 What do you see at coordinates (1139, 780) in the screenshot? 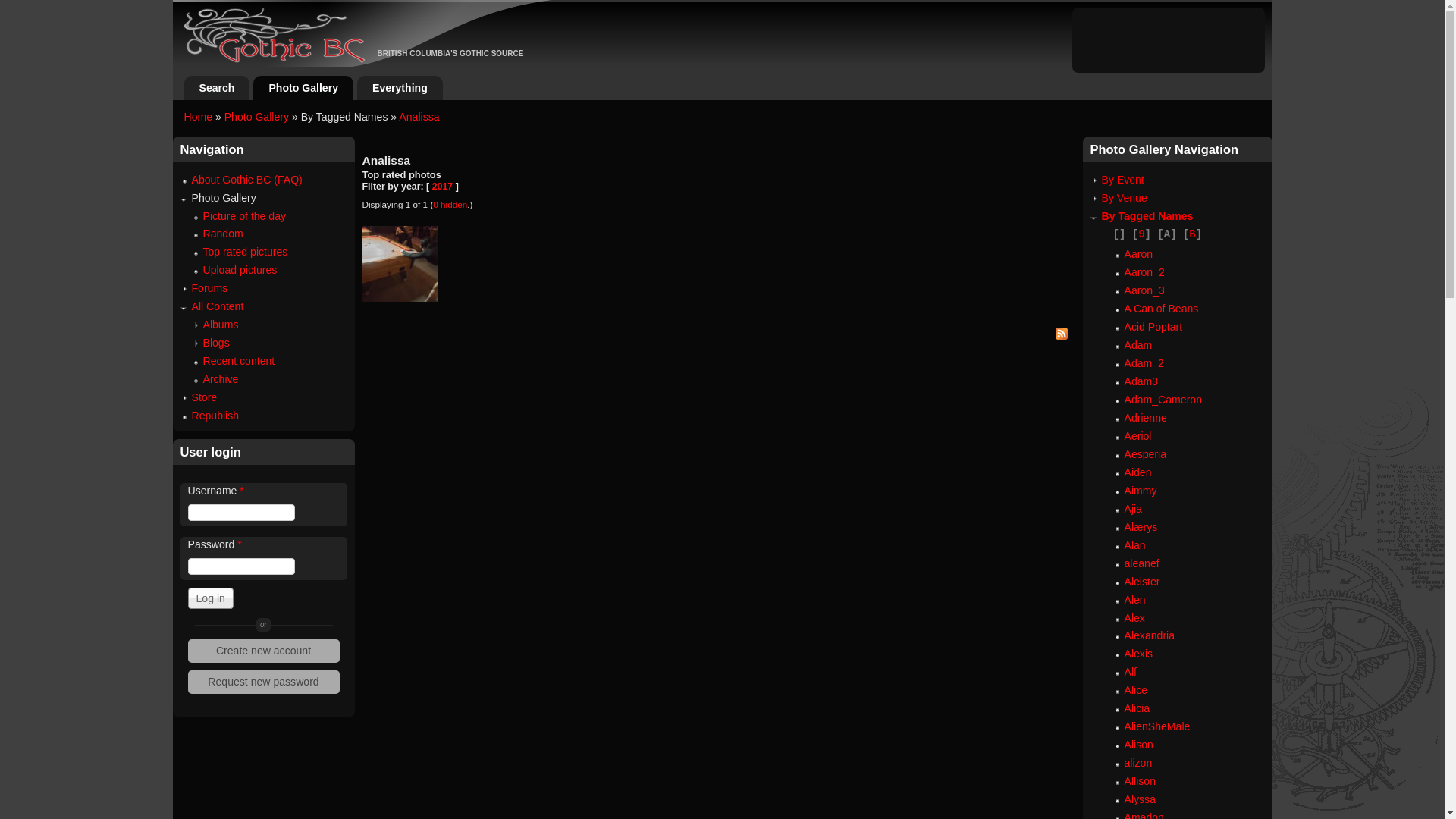
I see `'Allison'` at bounding box center [1139, 780].